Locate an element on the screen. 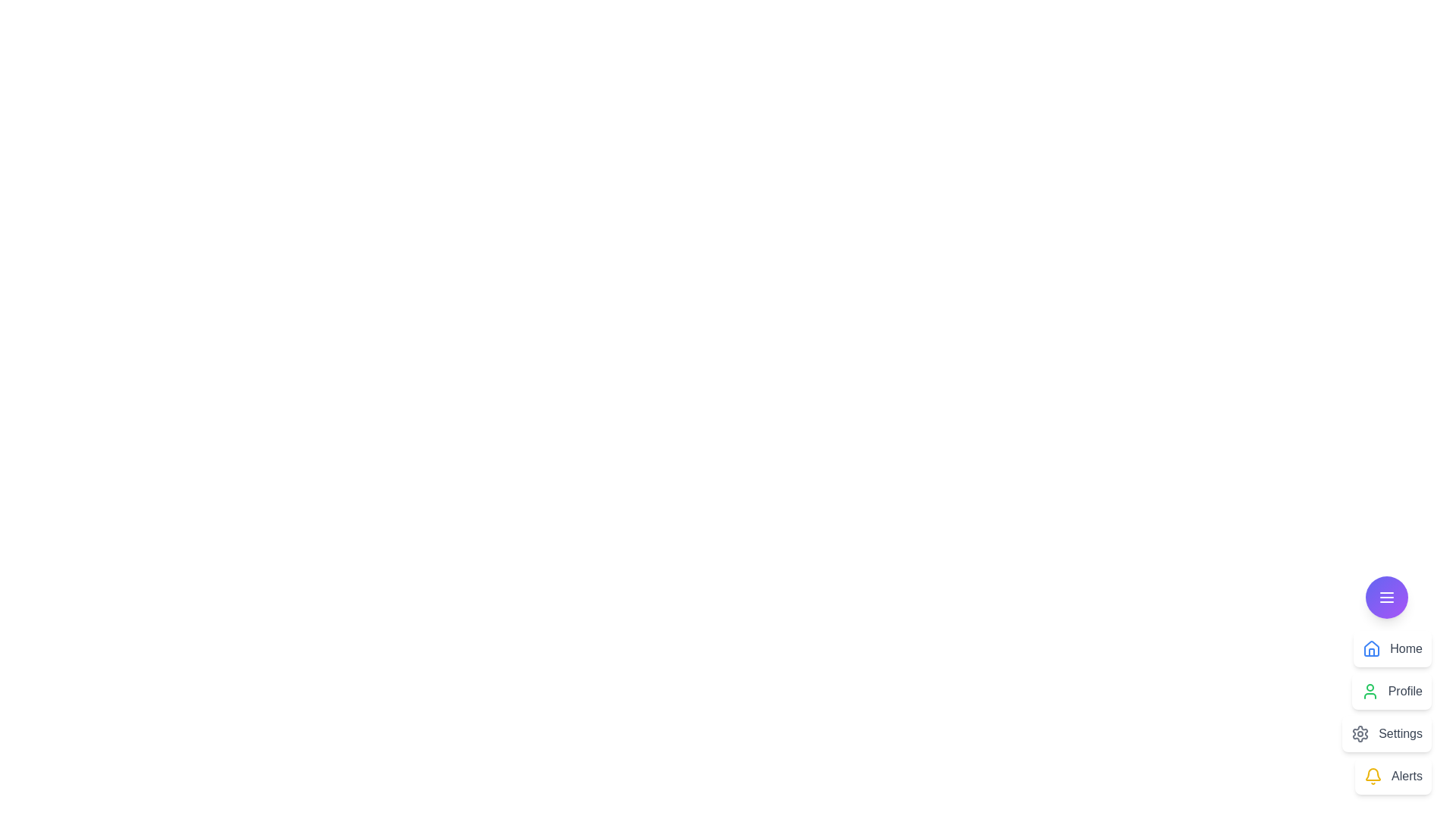  the menu item Alerts from the speed dial menu is located at coordinates (1393, 776).